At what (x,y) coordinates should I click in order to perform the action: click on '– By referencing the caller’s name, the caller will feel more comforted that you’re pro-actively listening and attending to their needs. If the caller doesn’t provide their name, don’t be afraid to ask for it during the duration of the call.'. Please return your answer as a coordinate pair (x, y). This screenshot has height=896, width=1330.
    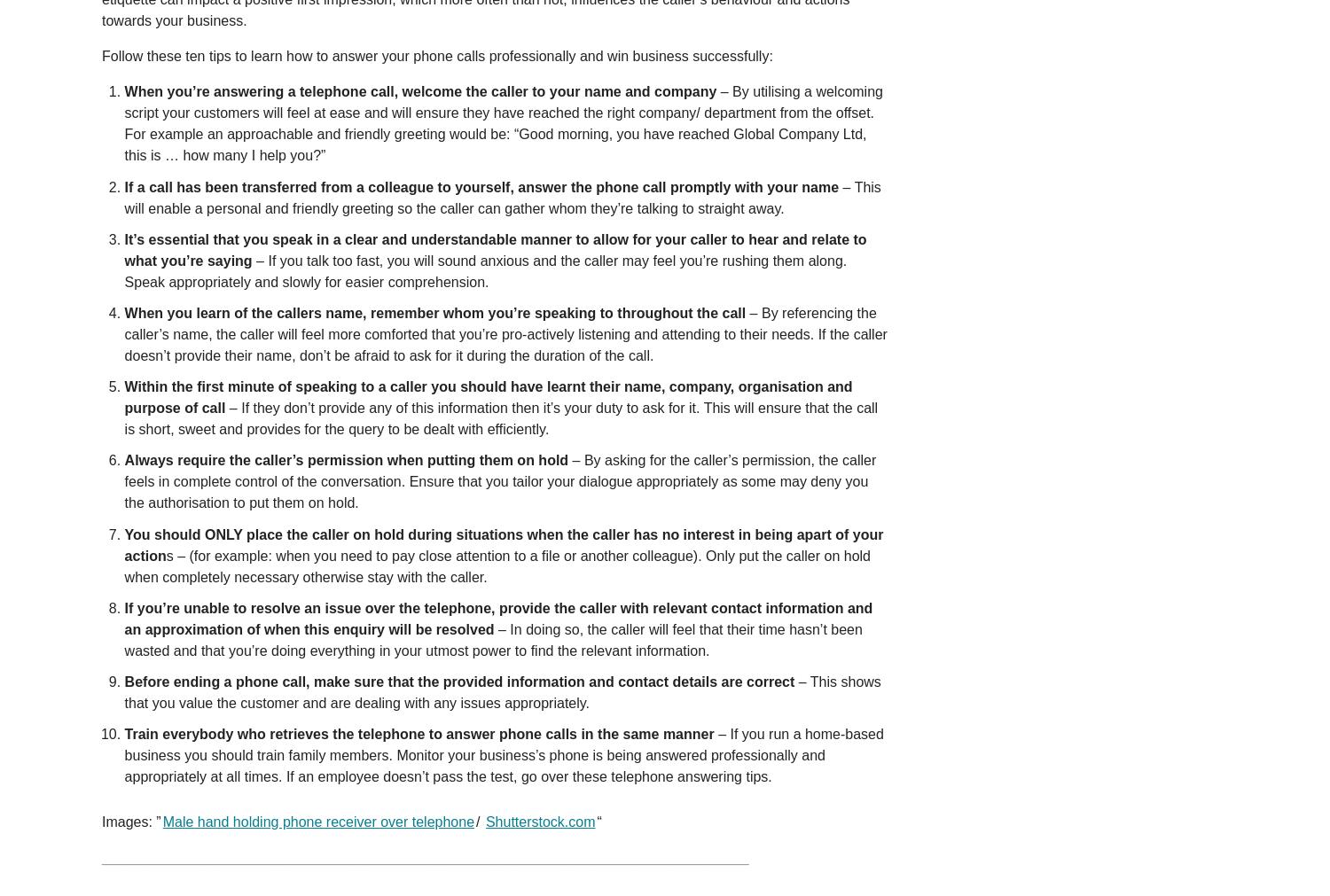
    Looking at the image, I should click on (505, 332).